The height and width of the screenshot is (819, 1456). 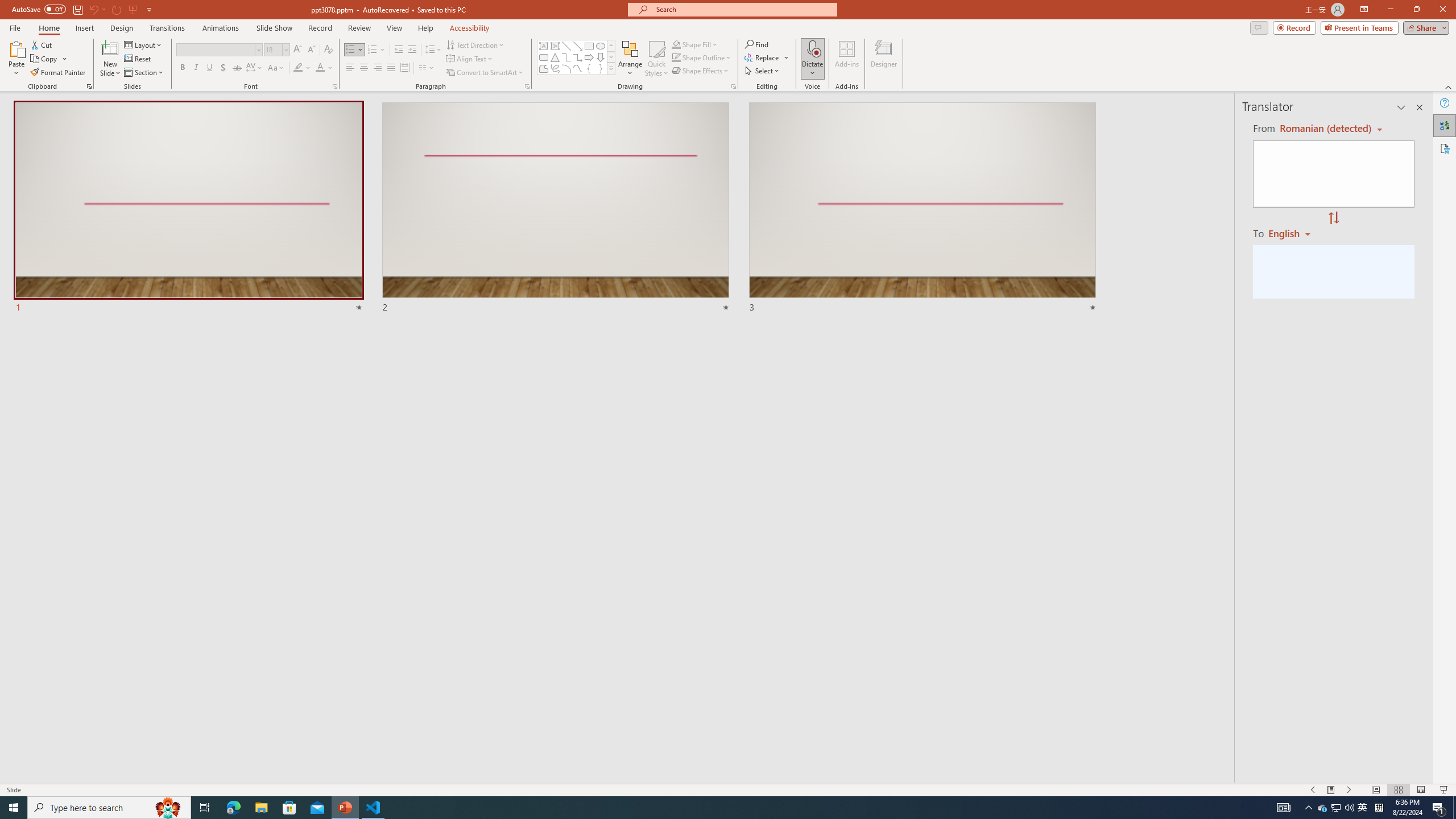 I want to click on 'Isosceles Triangle', so click(x=554, y=56).